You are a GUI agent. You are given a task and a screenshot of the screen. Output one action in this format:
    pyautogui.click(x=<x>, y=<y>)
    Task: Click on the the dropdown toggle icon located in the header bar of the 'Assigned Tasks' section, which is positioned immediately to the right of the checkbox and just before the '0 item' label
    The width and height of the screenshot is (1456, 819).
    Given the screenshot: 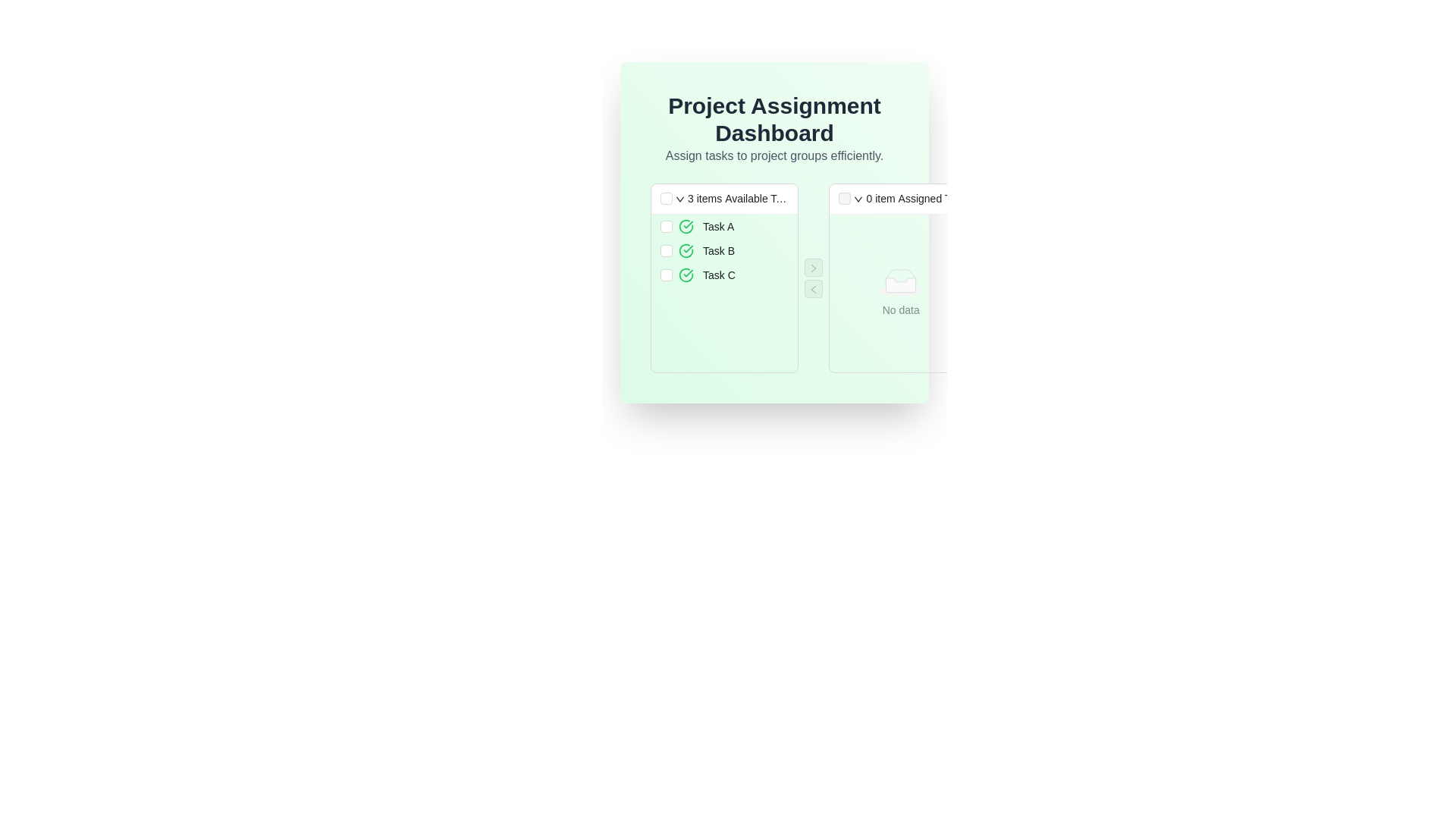 What is the action you would take?
    pyautogui.click(x=858, y=198)
    